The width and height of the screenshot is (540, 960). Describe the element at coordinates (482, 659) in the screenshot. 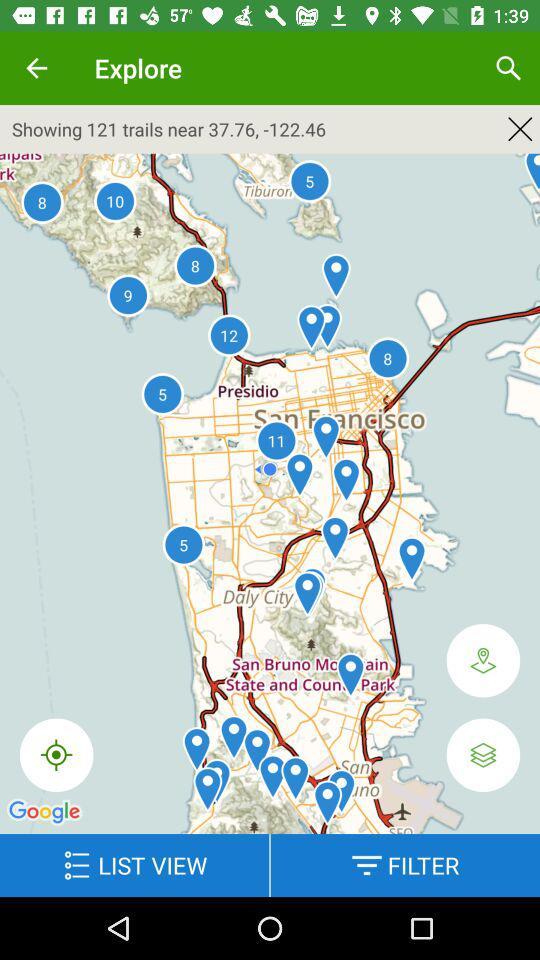

I see `the location icon` at that location.